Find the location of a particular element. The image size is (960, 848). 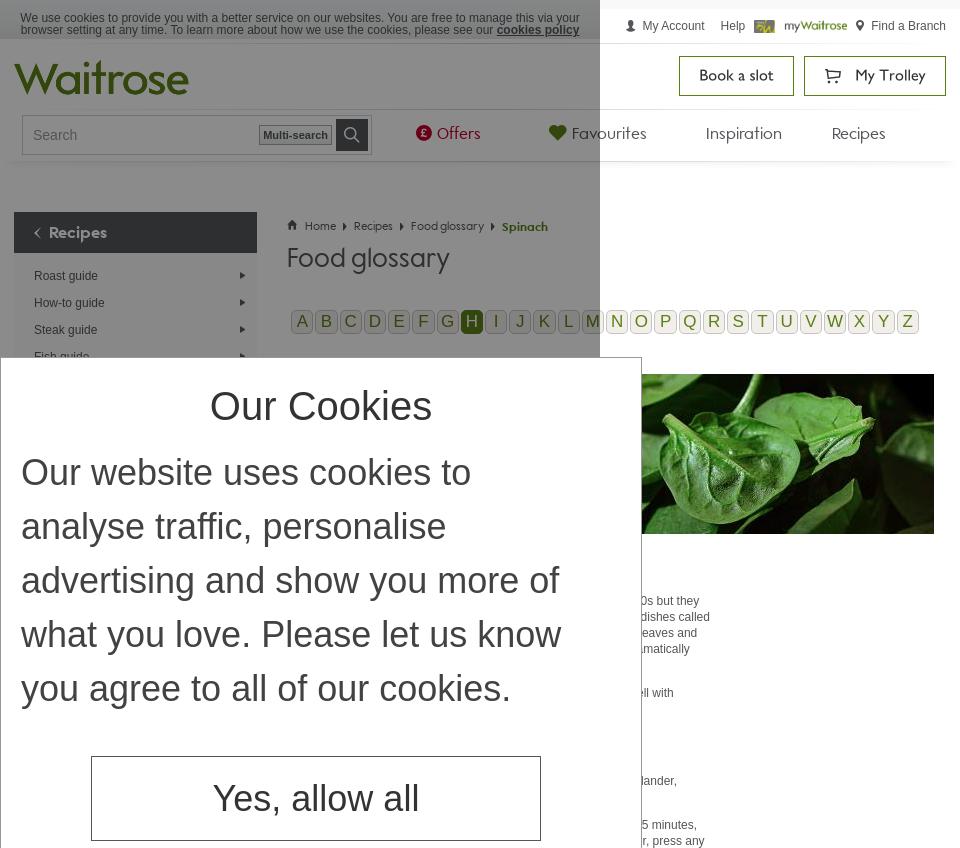

'Egg cooking guide' is located at coordinates (83, 383).